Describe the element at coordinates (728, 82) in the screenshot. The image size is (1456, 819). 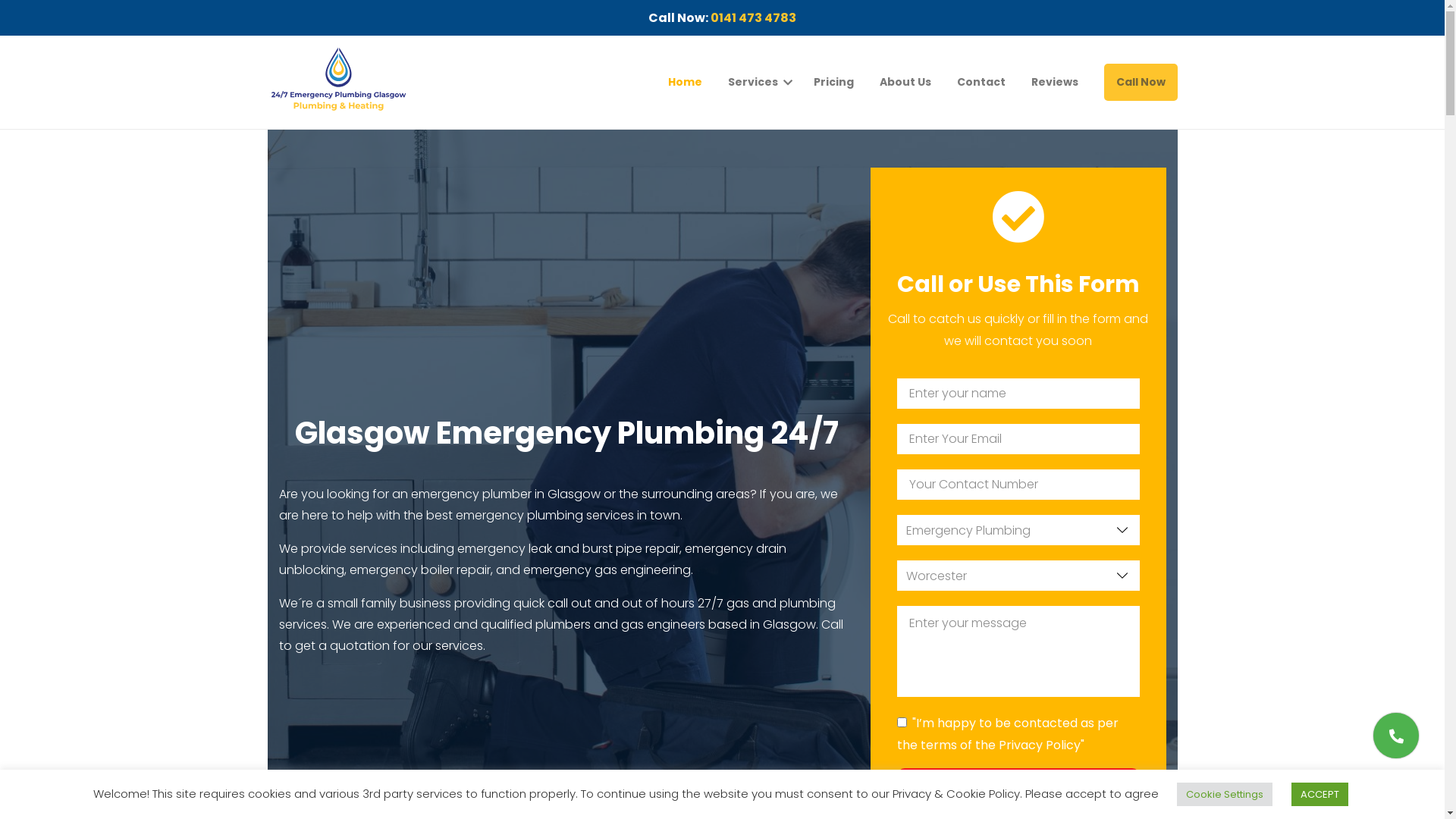
I see `'Services'` at that location.